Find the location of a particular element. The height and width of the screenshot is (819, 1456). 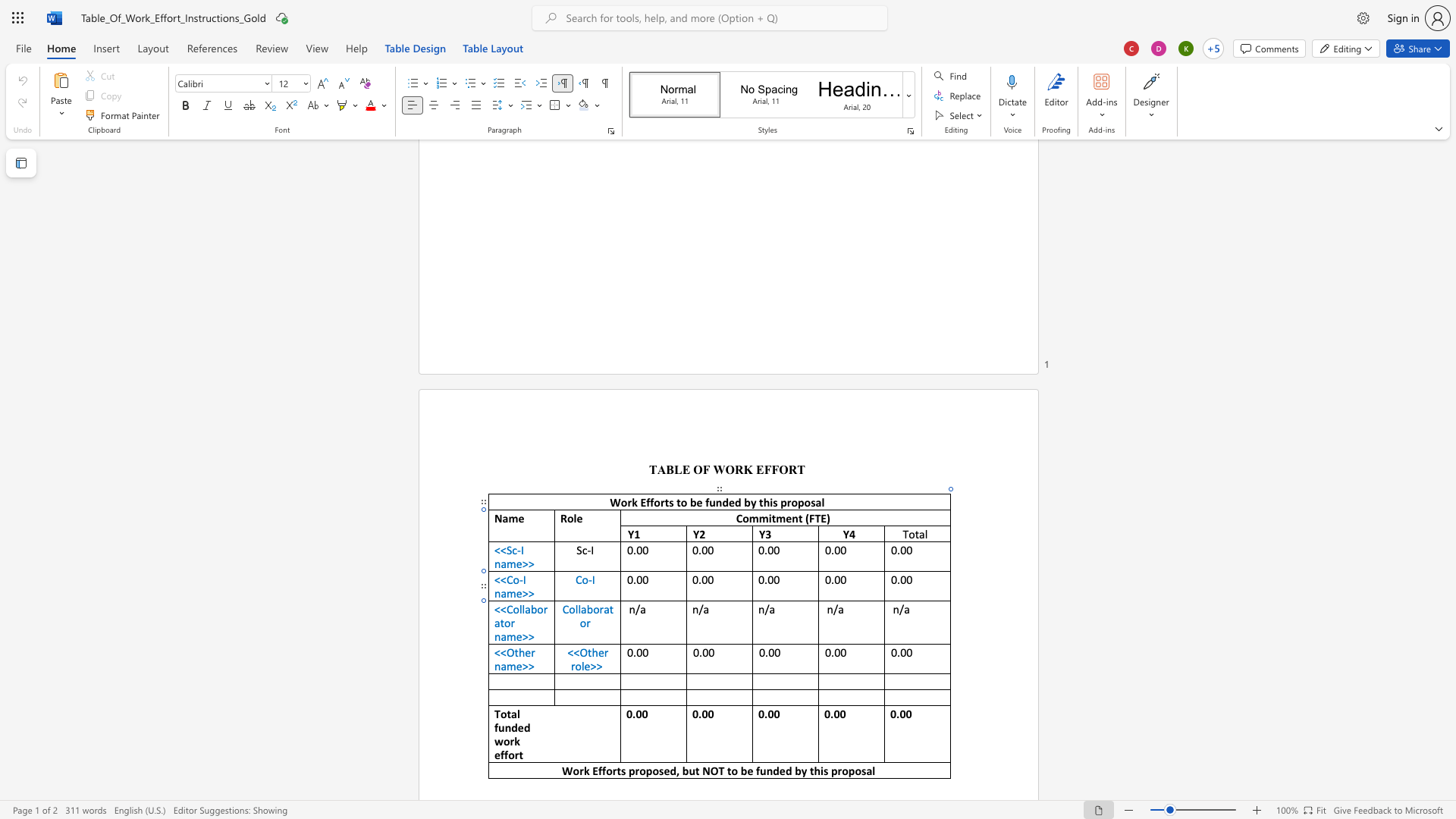

the space between the continuous character "h" and "e" in the text is located at coordinates (597, 651).